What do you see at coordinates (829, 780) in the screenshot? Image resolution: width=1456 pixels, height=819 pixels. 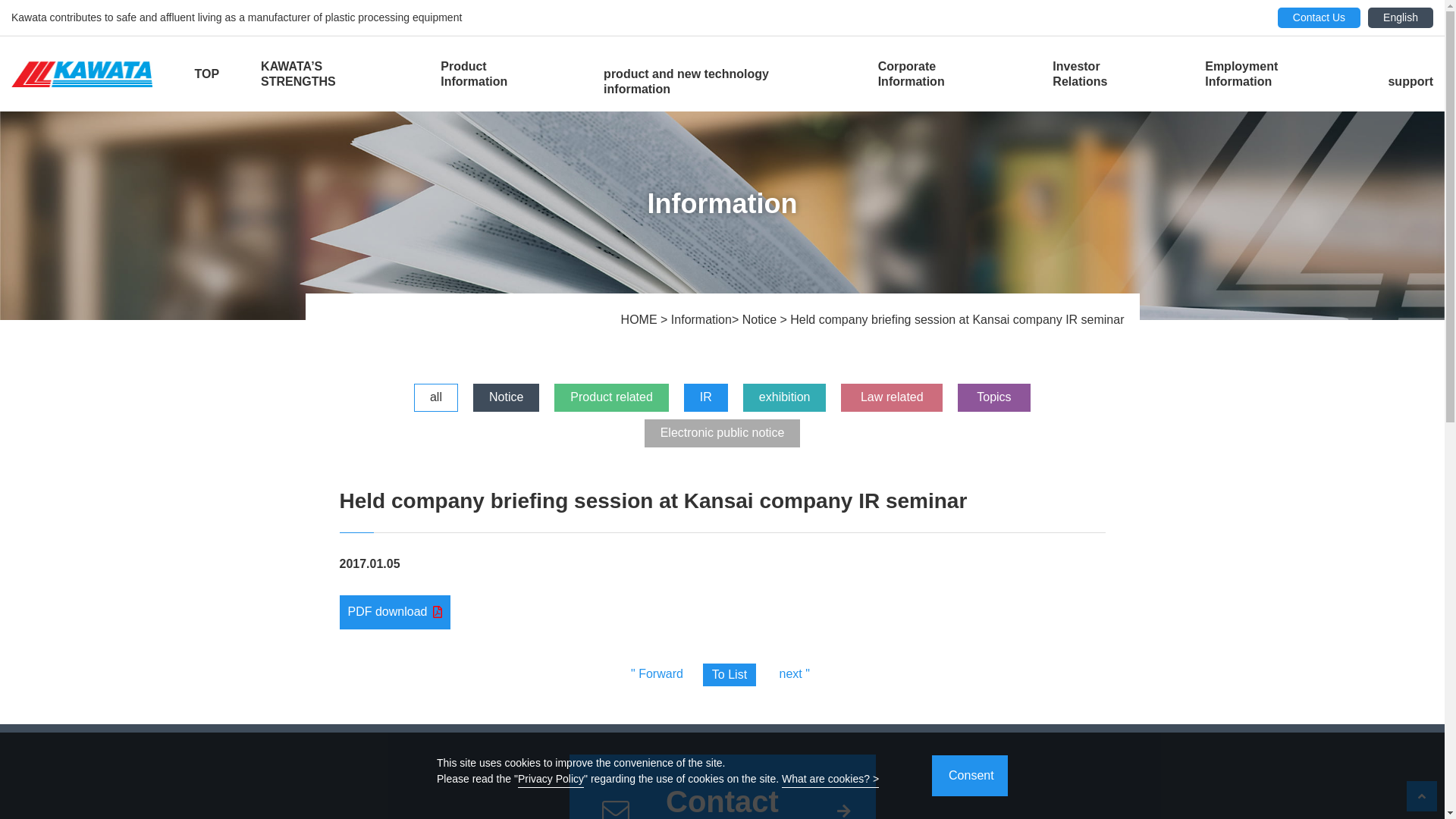 I see `'What are cookies? >'` at bounding box center [829, 780].